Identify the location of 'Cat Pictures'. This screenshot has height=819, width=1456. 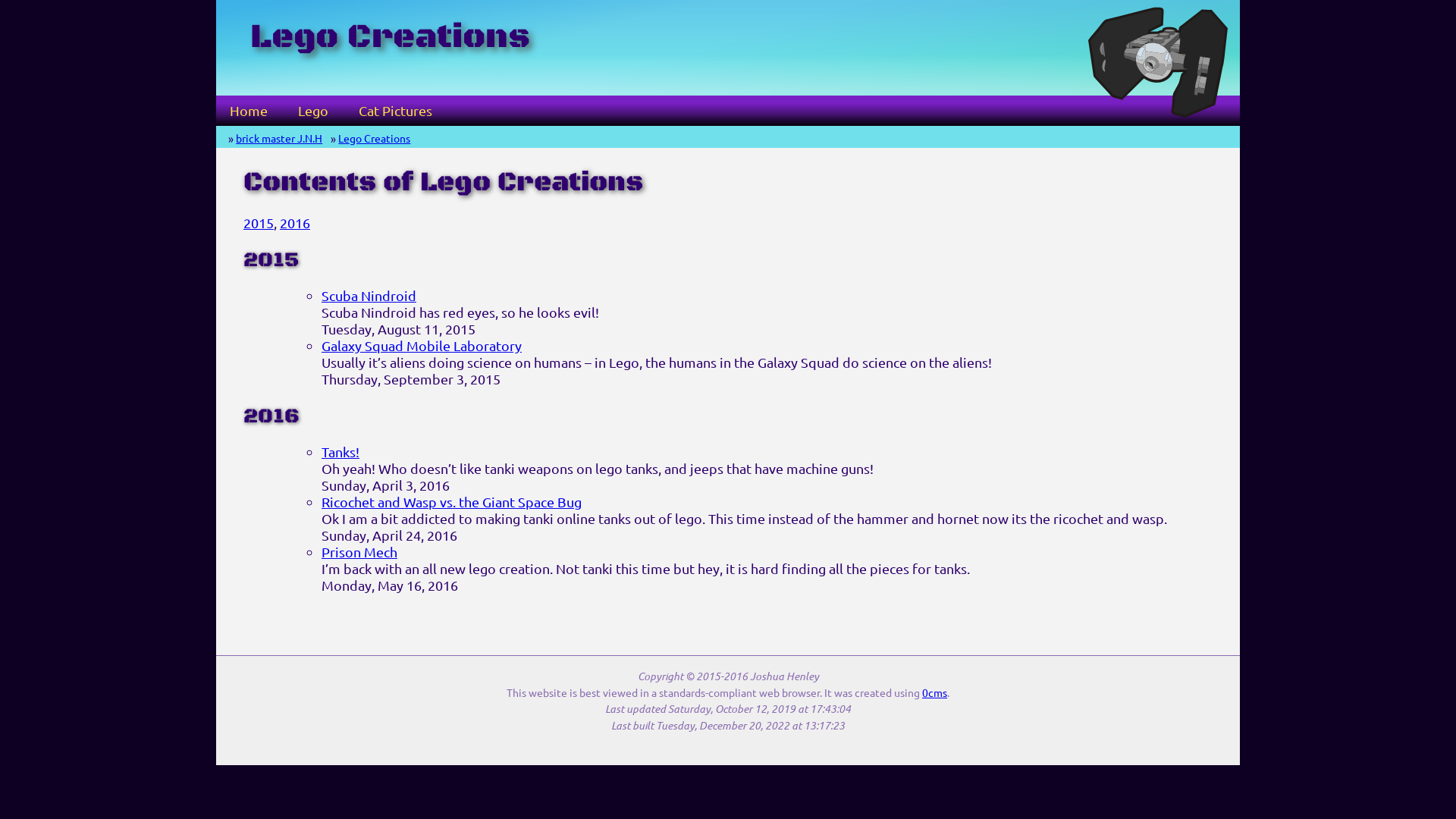
(395, 109).